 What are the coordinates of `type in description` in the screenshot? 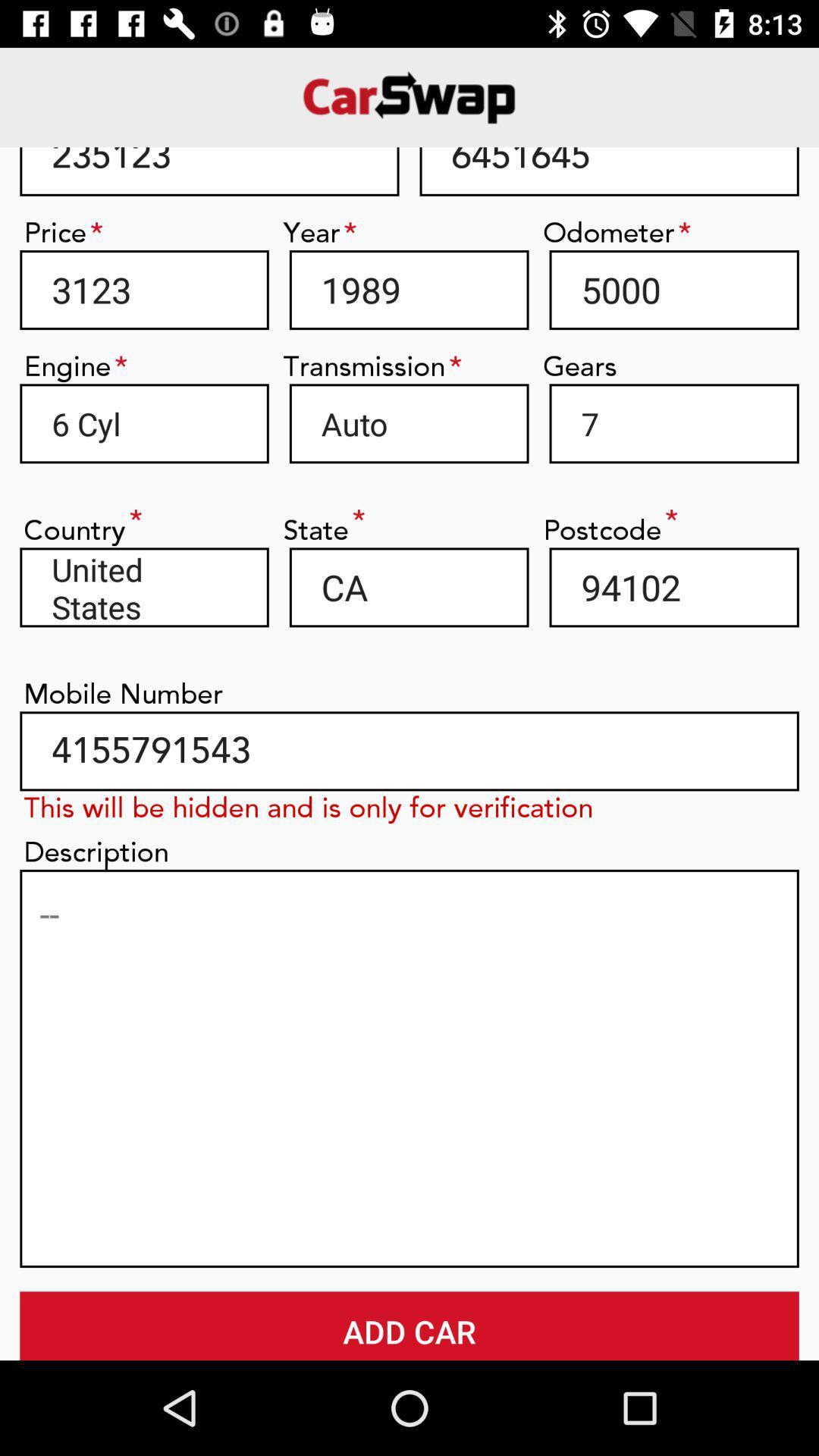 It's located at (409, 1068).